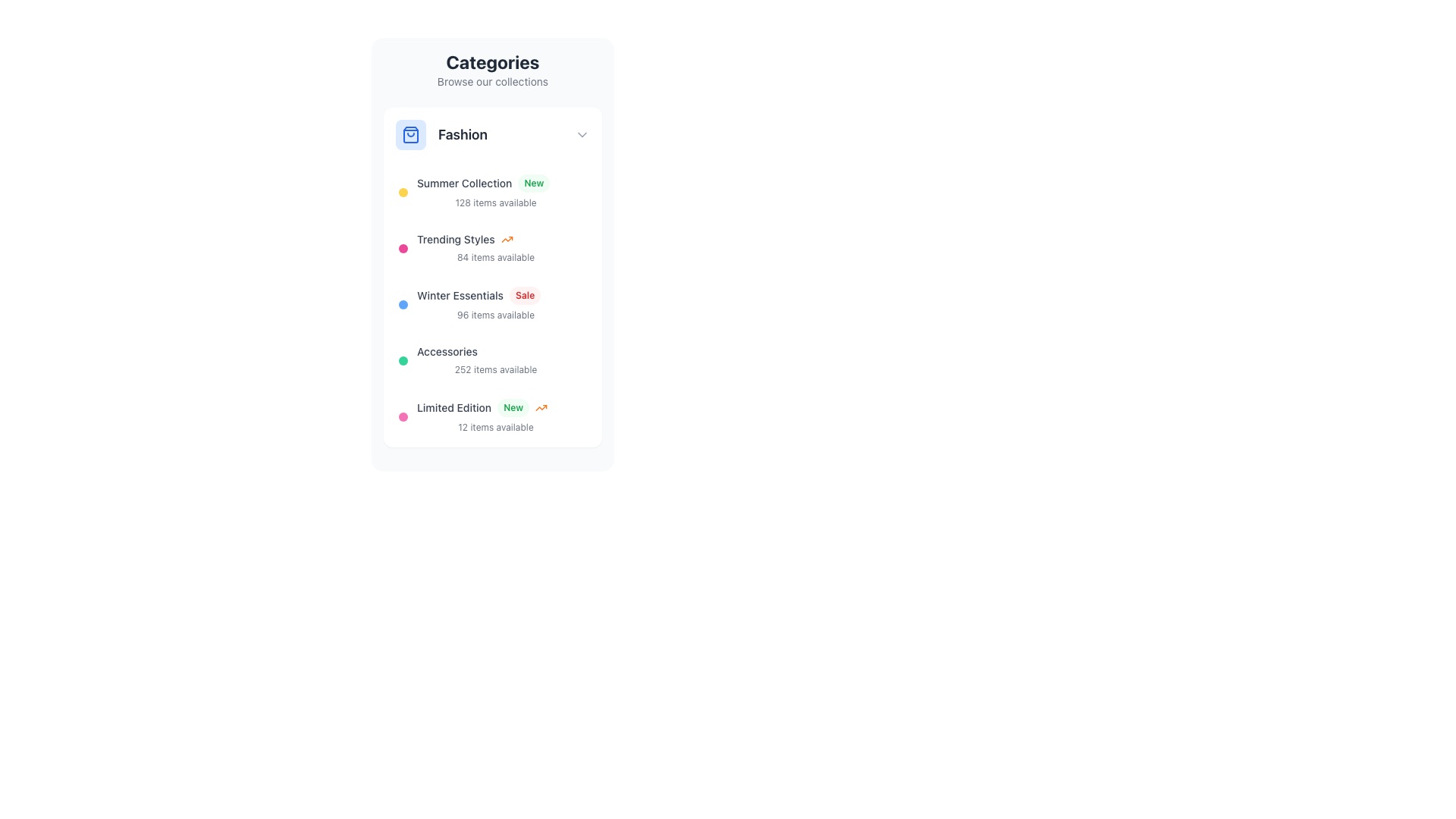 Image resolution: width=1456 pixels, height=819 pixels. What do you see at coordinates (453, 406) in the screenshot?
I see `the 'Limited Edition' label, which indicates a unique status for items in the 'Fashion' category, located at the bottom of the category list` at bounding box center [453, 406].